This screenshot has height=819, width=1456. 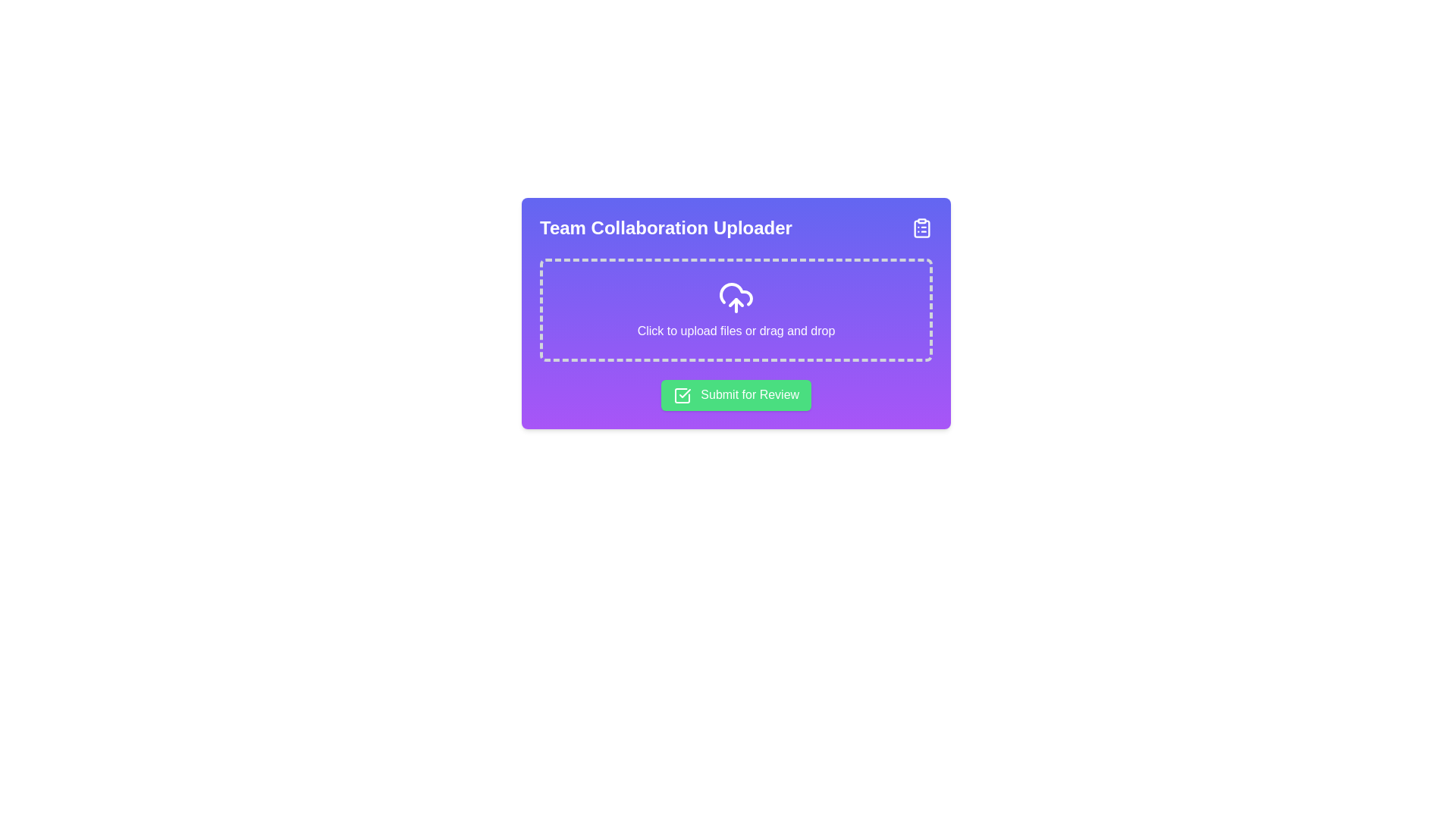 I want to click on the 'Submit for Review' button that contains the green checkmark icon on the left side, so click(x=681, y=394).